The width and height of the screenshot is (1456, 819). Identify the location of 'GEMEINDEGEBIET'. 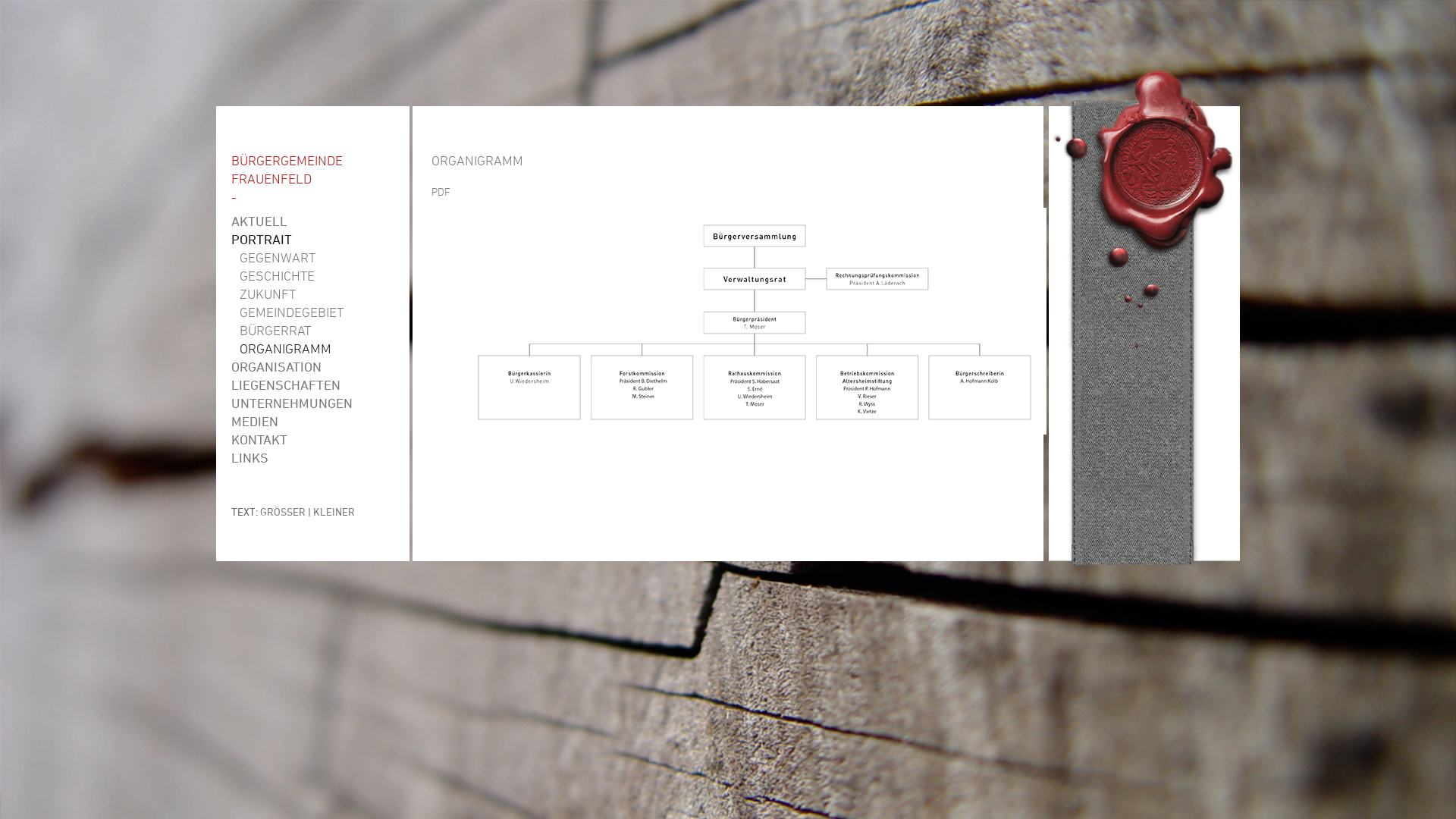
(312, 312).